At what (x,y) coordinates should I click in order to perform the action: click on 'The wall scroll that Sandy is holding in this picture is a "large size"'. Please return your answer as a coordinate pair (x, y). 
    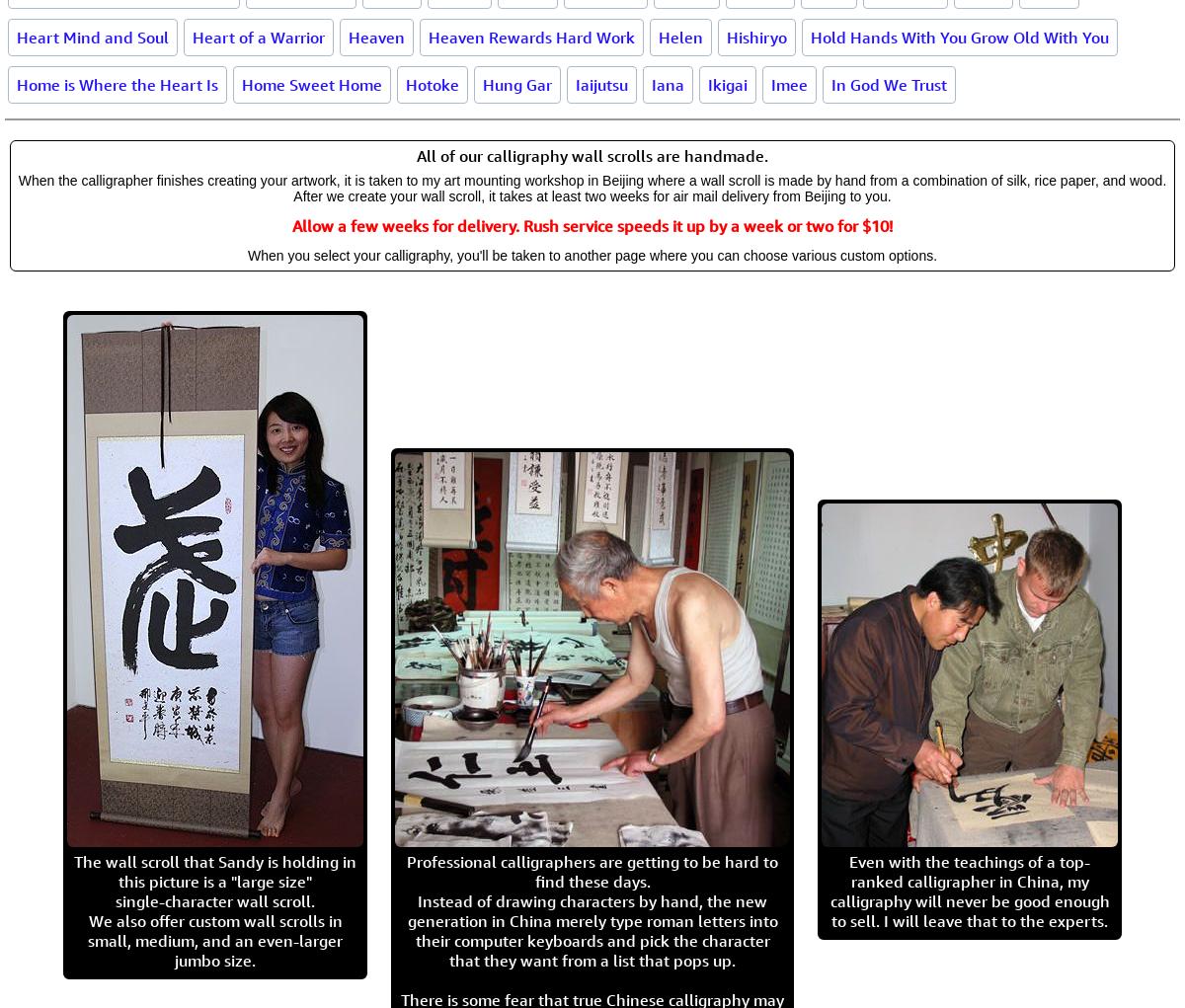
    Looking at the image, I should click on (214, 870).